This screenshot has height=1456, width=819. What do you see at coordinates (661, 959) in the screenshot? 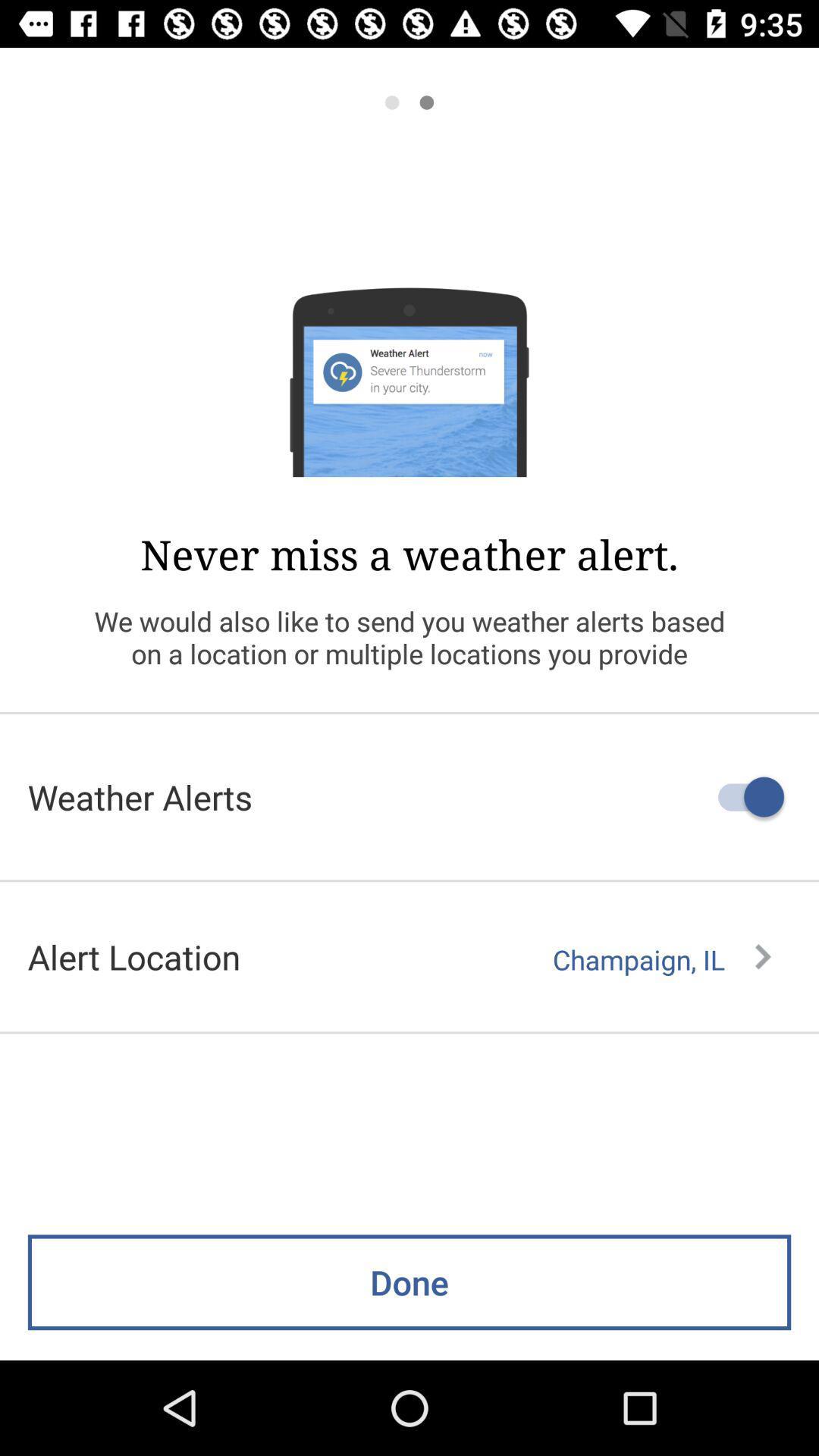
I see `the icon next to the alert location` at bounding box center [661, 959].